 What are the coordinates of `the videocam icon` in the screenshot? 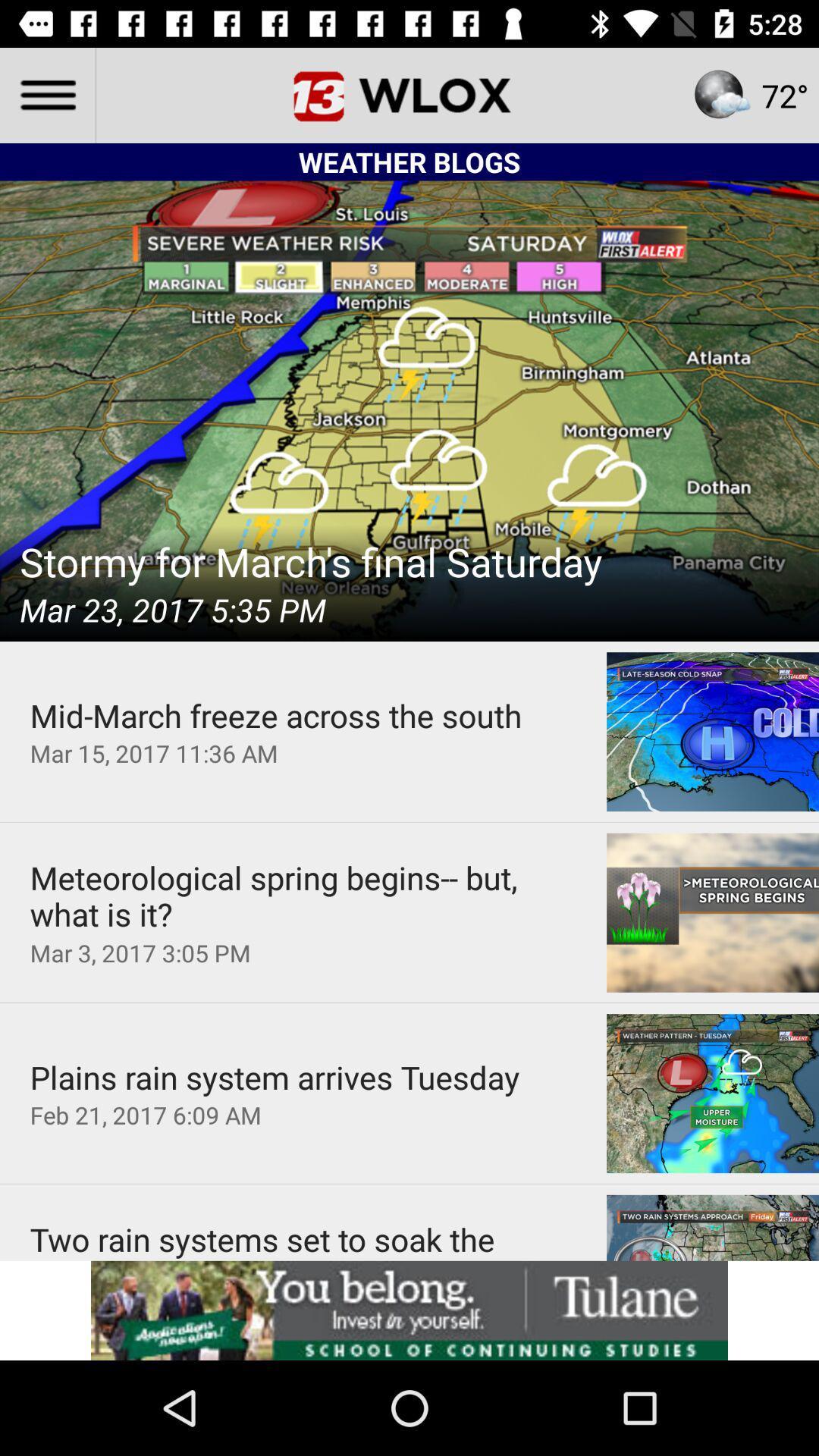 It's located at (356, 94).